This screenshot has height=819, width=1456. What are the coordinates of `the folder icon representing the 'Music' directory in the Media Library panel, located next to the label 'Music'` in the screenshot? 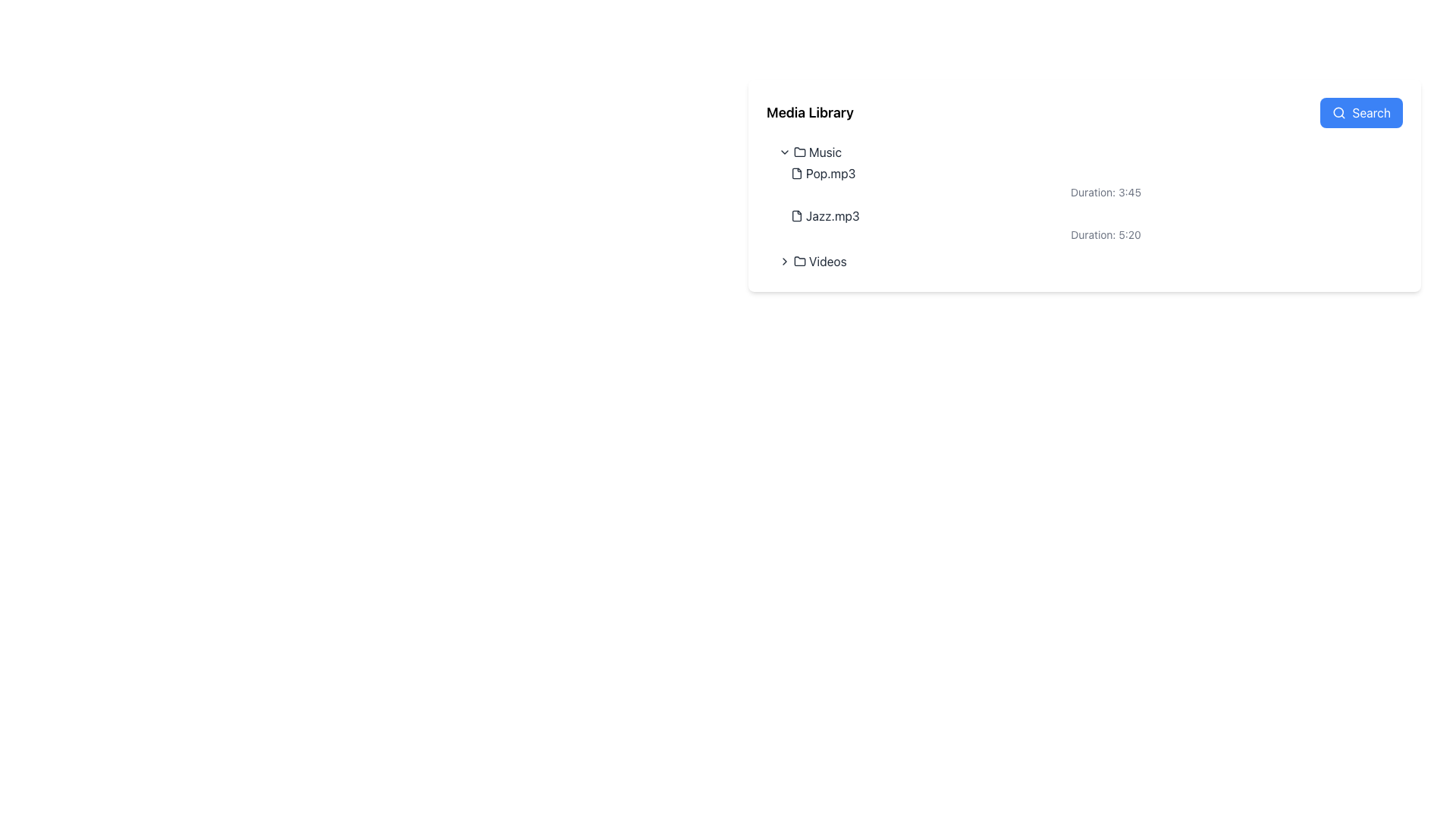 It's located at (799, 152).